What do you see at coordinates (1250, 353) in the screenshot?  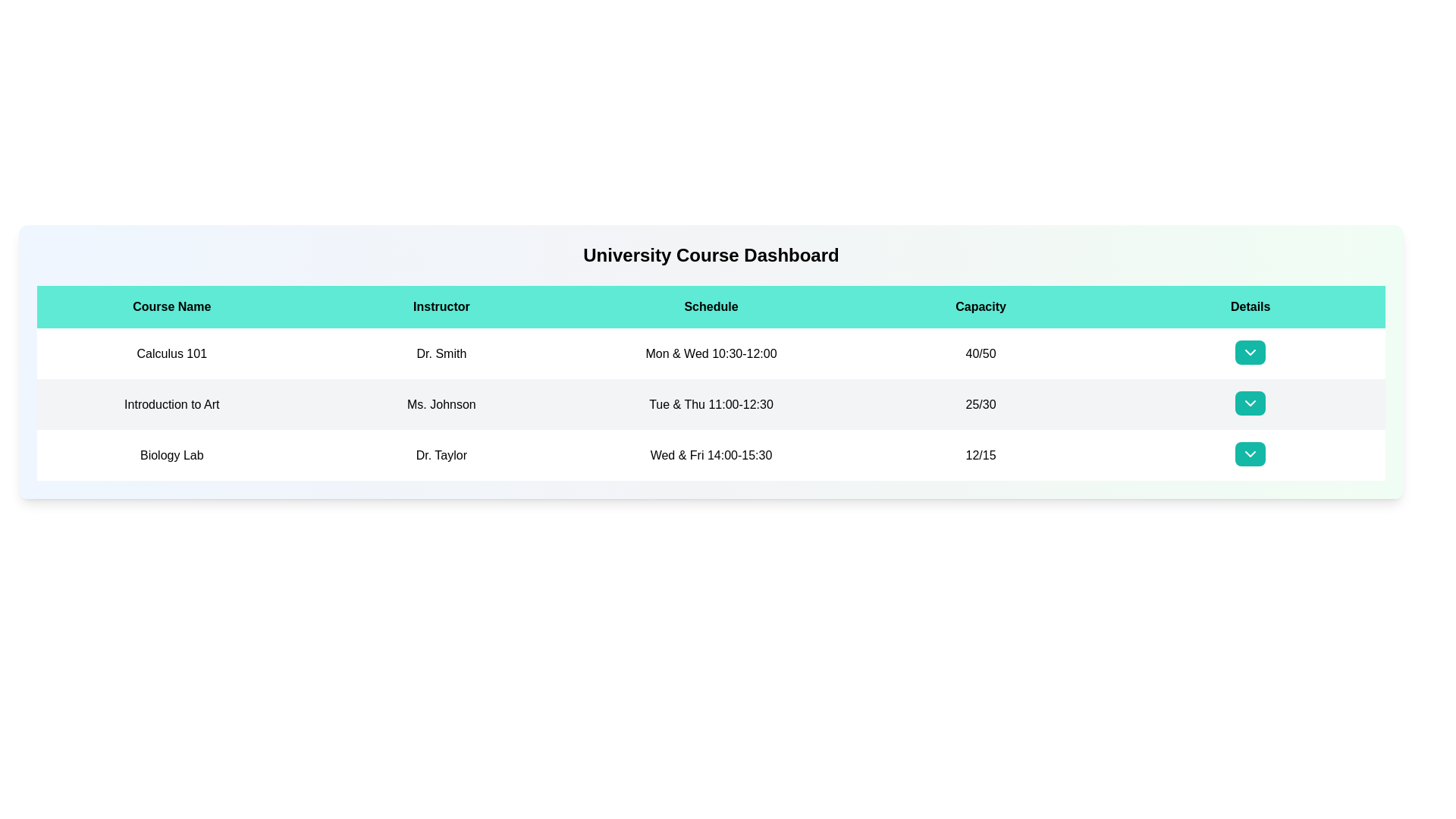 I see `the toggle button in the 'Details' column of the first row of the table` at bounding box center [1250, 353].